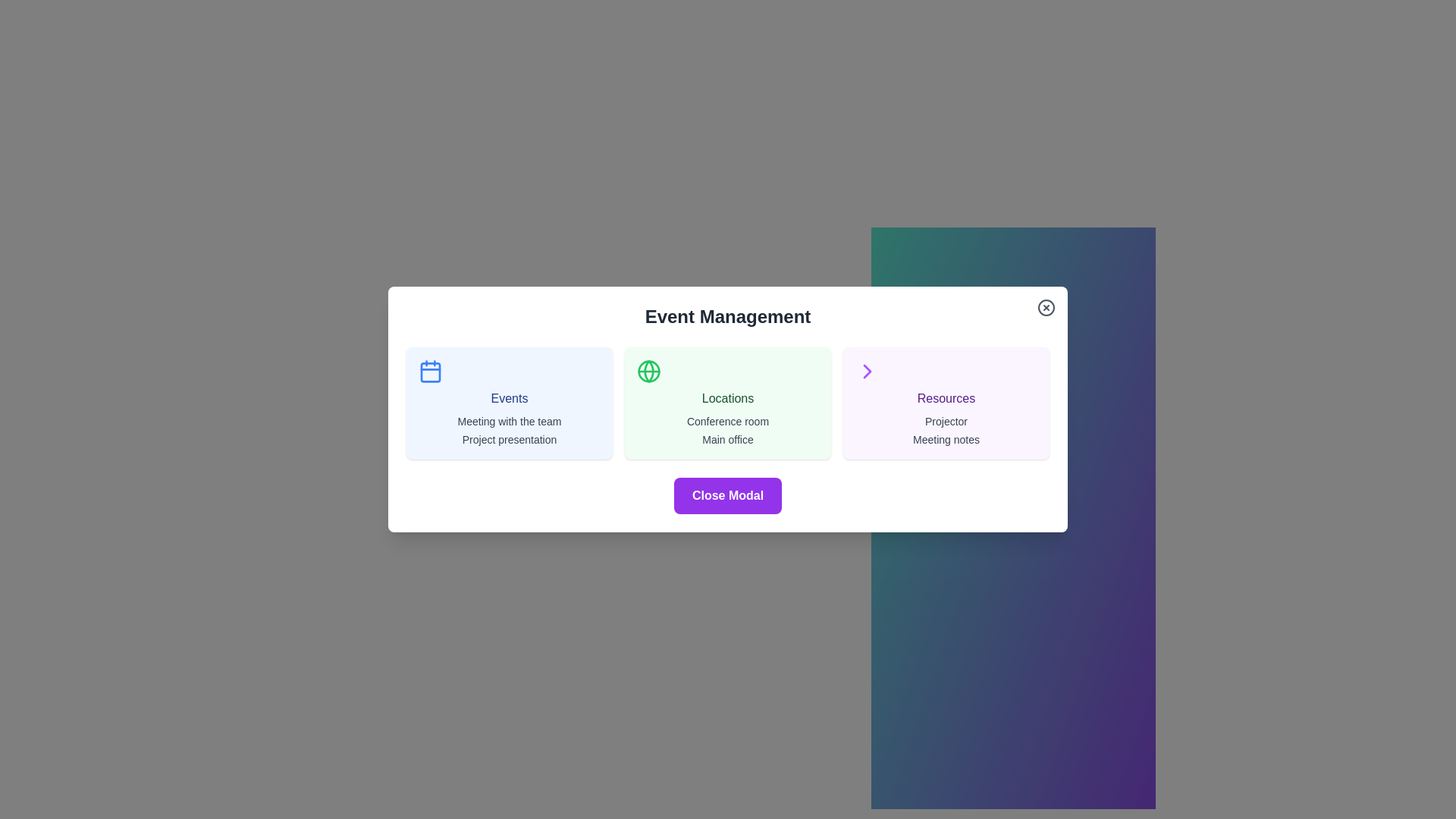  What do you see at coordinates (946, 421) in the screenshot?
I see `the static text label 'Projector' located in the 'Resources' section of the modal, which is the top entry above 'Meeting notes'` at bounding box center [946, 421].